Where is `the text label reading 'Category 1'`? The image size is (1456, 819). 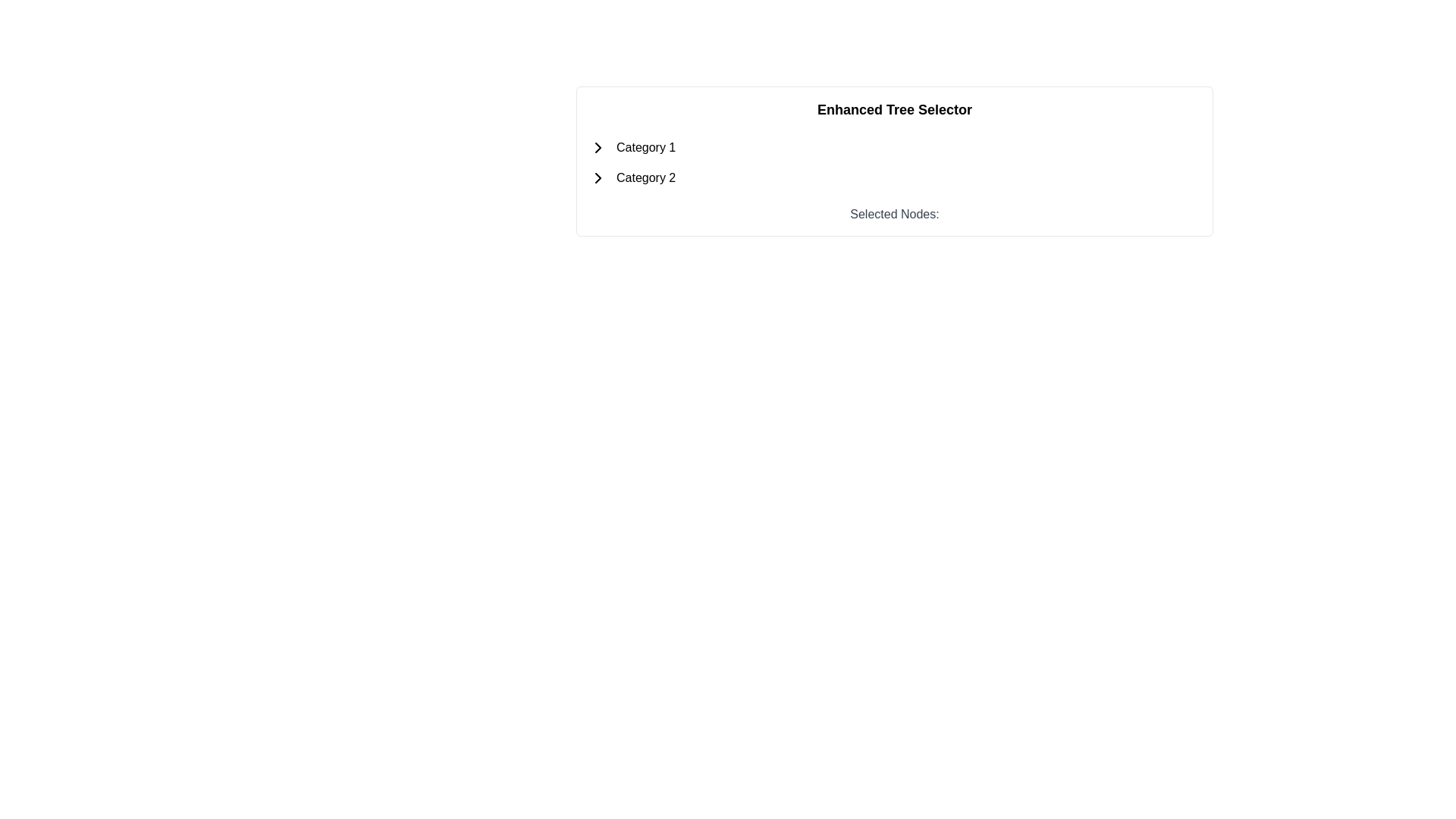
the text label reading 'Category 1' is located at coordinates (642, 148).